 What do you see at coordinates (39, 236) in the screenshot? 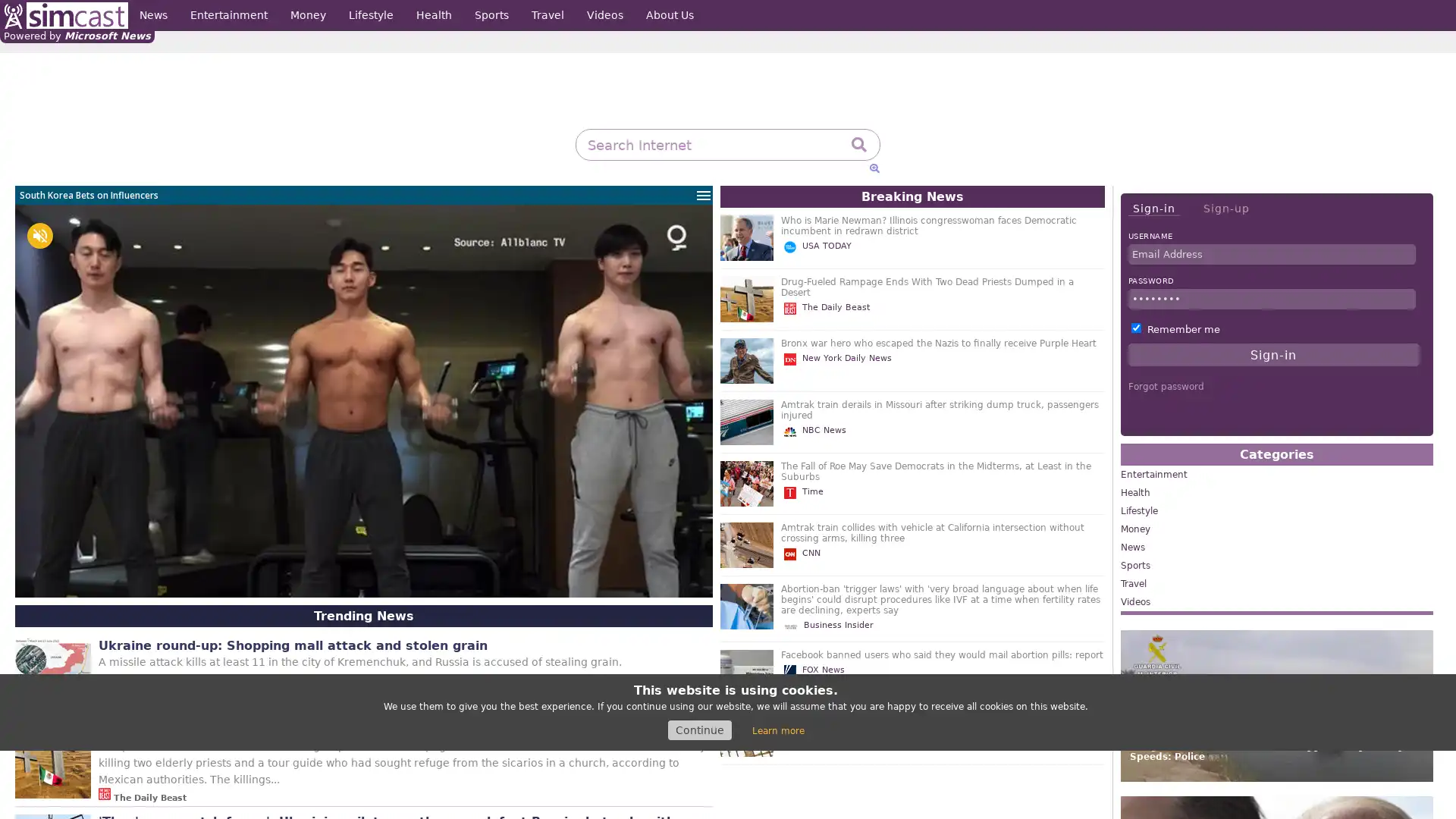
I see `volume_offvolume_up` at bounding box center [39, 236].